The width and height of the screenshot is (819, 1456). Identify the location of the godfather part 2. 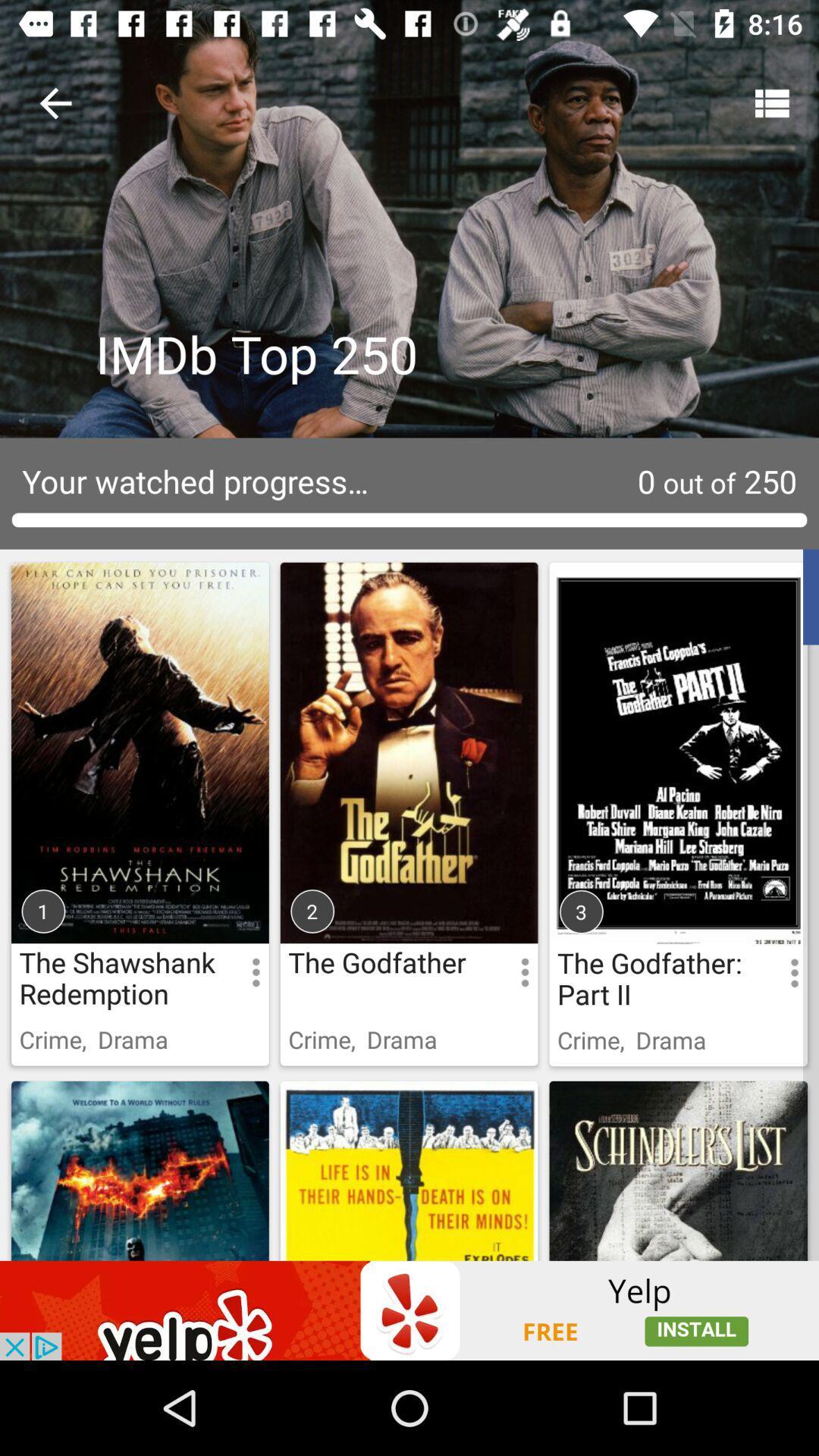
(677, 792).